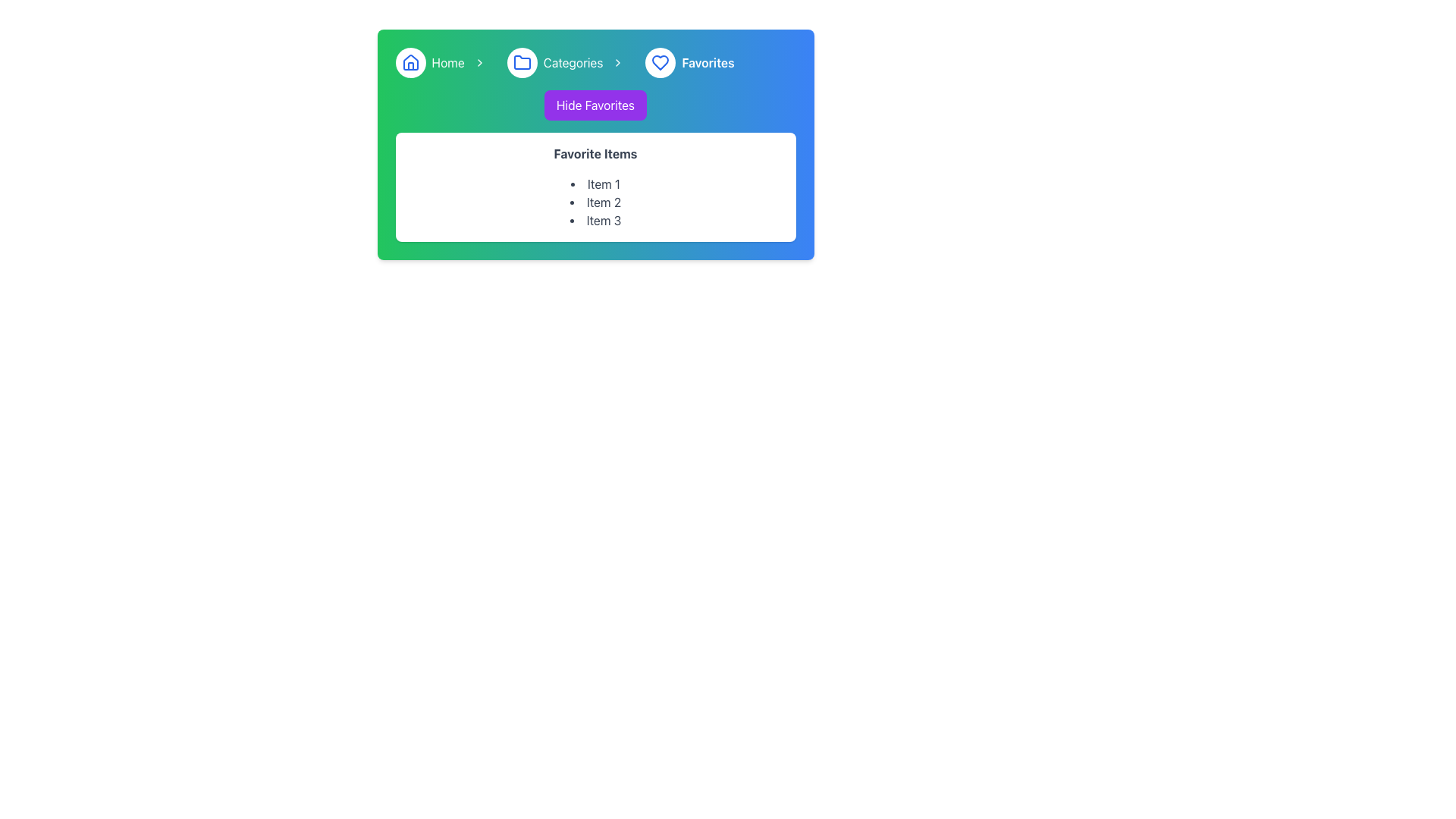 The image size is (1456, 819). Describe the element at coordinates (689, 62) in the screenshot. I see `the light blue heart icon in the 'Favorites' Breadcrumb navigation link, which is the third element in the sequence after 'Home' and 'Categories'` at that location.